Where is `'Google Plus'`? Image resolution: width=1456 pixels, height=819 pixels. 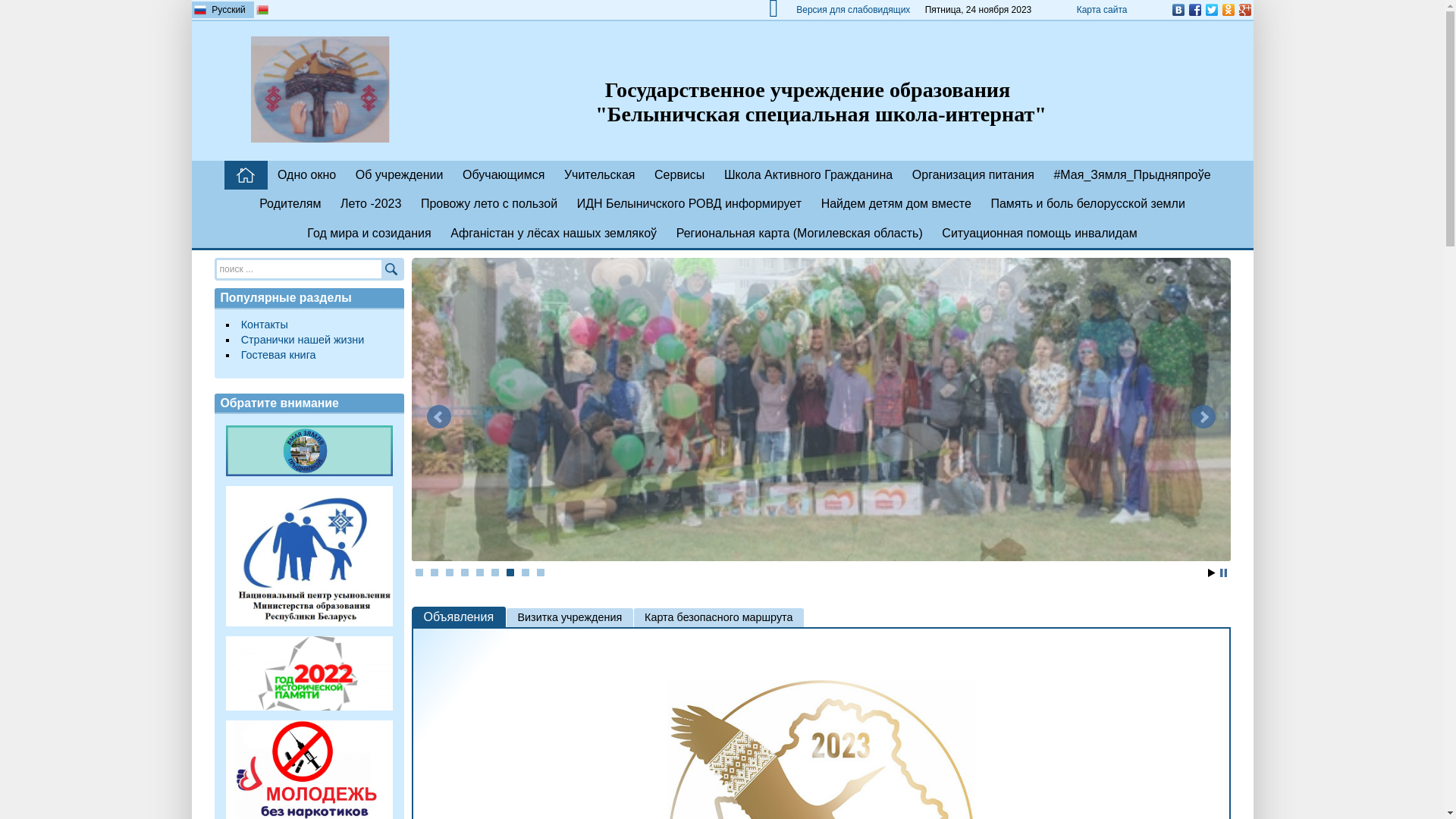 'Google Plus' is located at coordinates (1244, 9).